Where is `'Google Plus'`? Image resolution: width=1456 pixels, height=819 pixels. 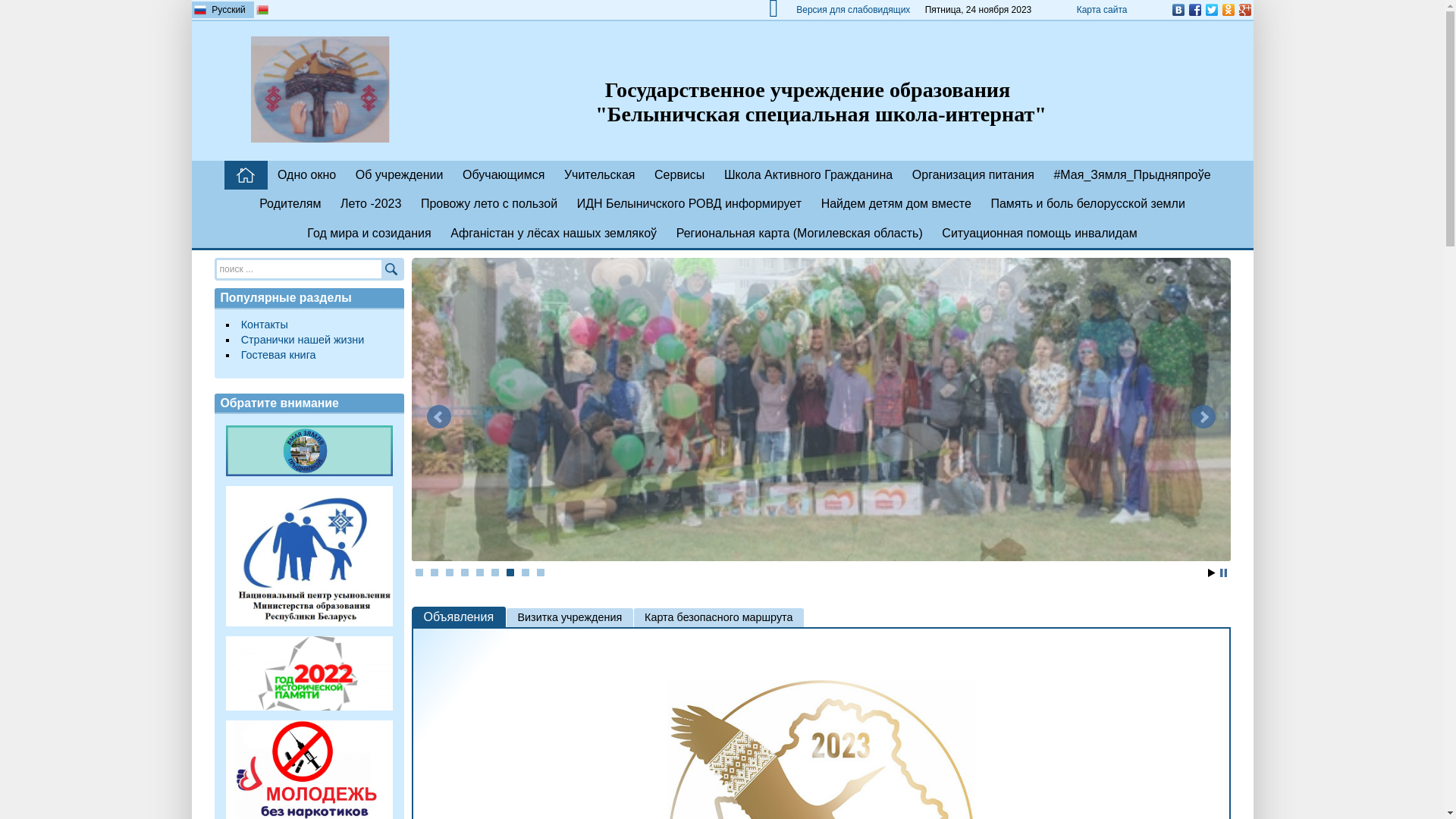 'Google Plus' is located at coordinates (1244, 9).